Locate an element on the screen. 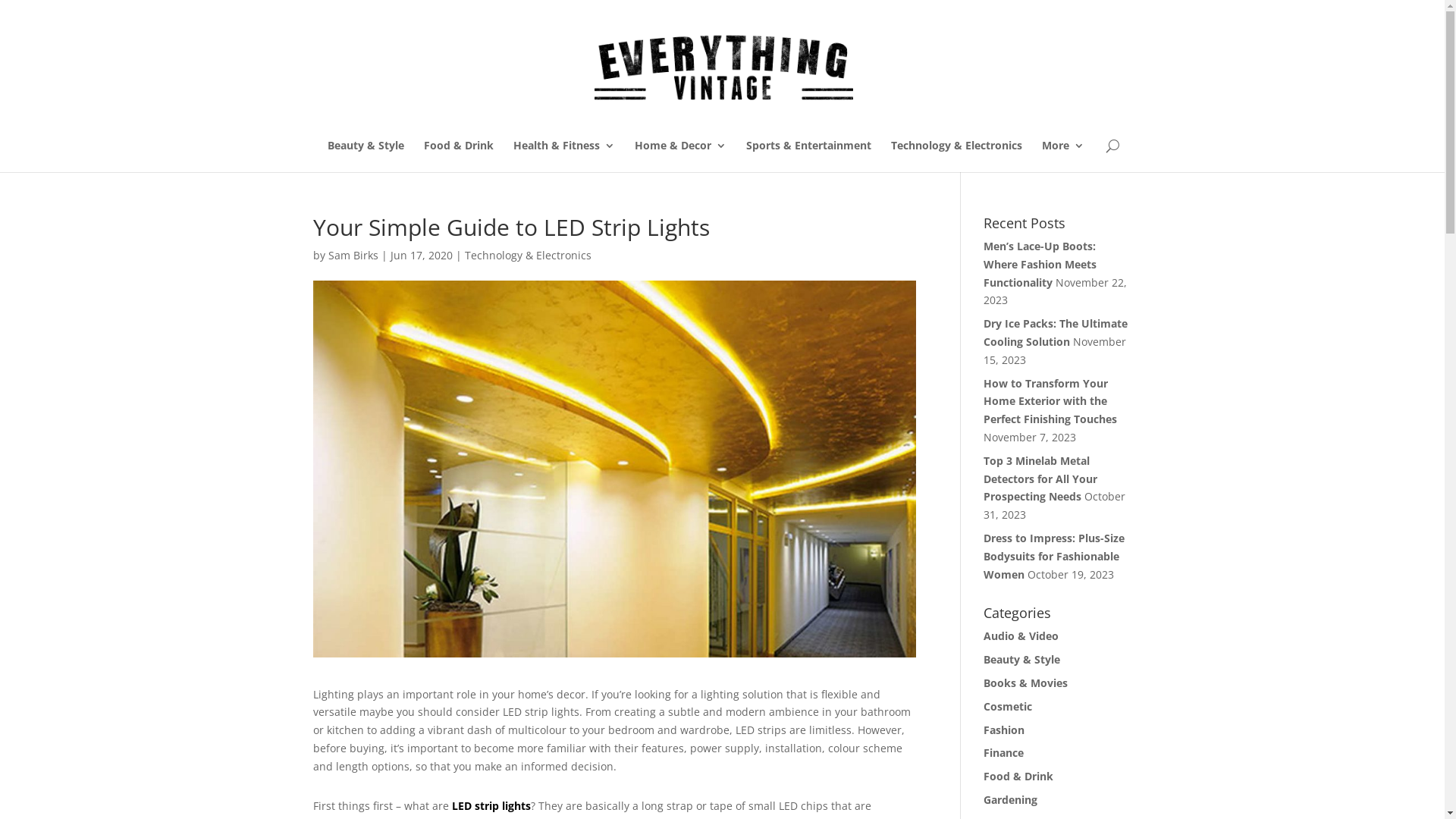 The width and height of the screenshot is (1456, 819). 'Home & Decor' is located at coordinates (679, 155).